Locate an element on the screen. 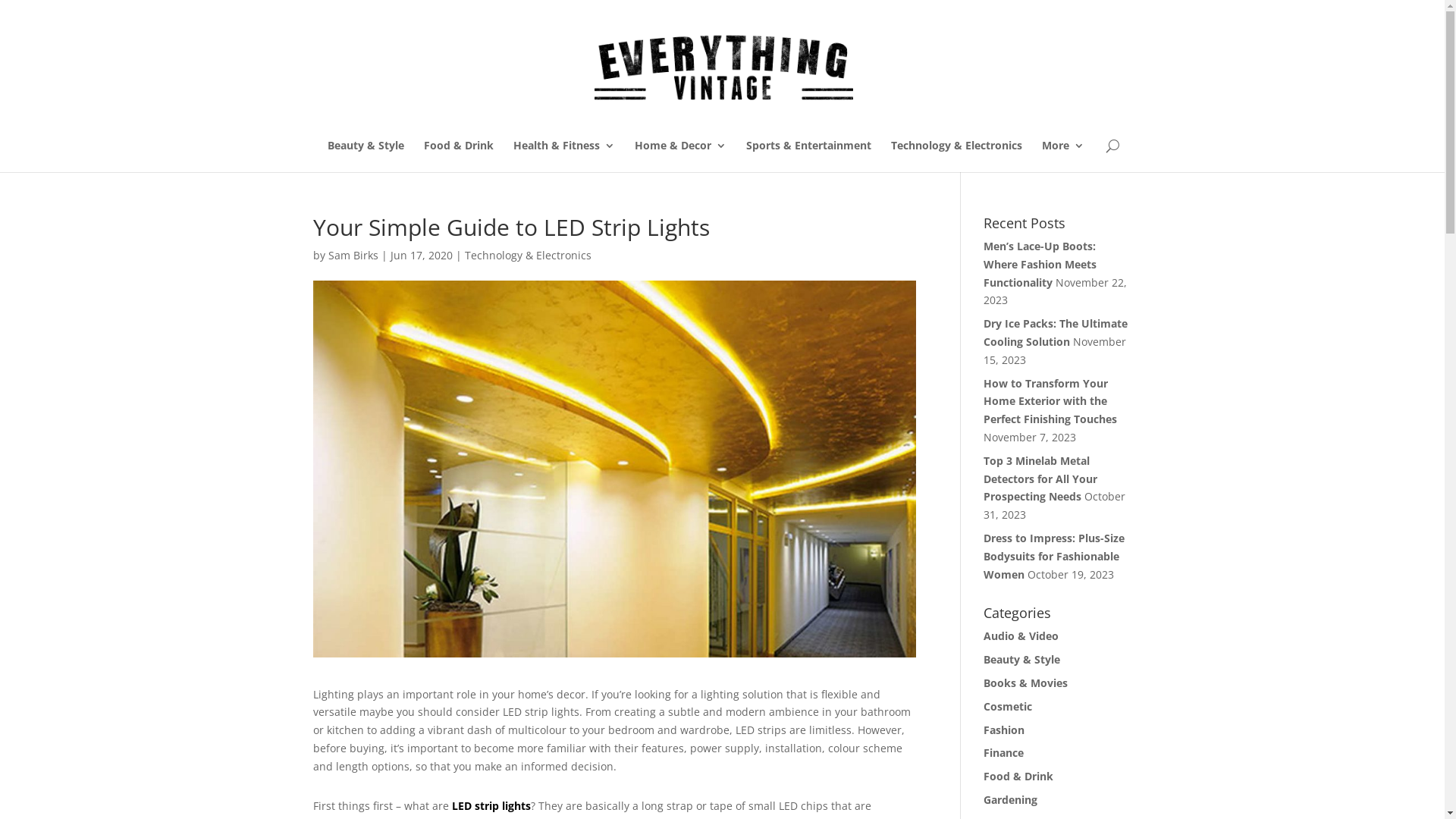 The width and height of the screenshot is (1456, 819). 'Home & Decor' is located at coordinates (679, 155).